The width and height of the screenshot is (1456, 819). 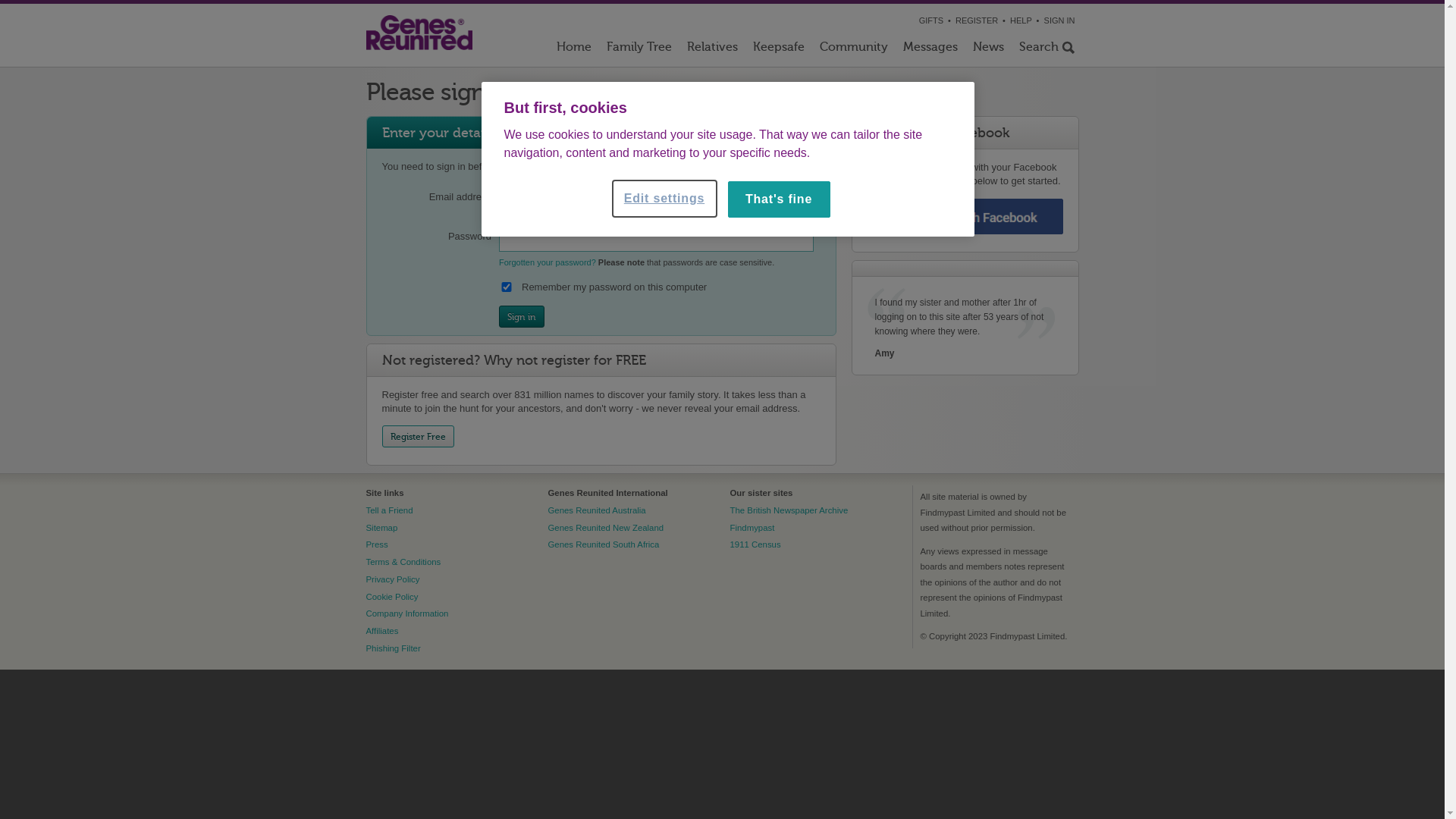 What do you see at coordinates (381, 526) in the screenshot?
I see `'Sitemap'` at bounding box center [381, 526].